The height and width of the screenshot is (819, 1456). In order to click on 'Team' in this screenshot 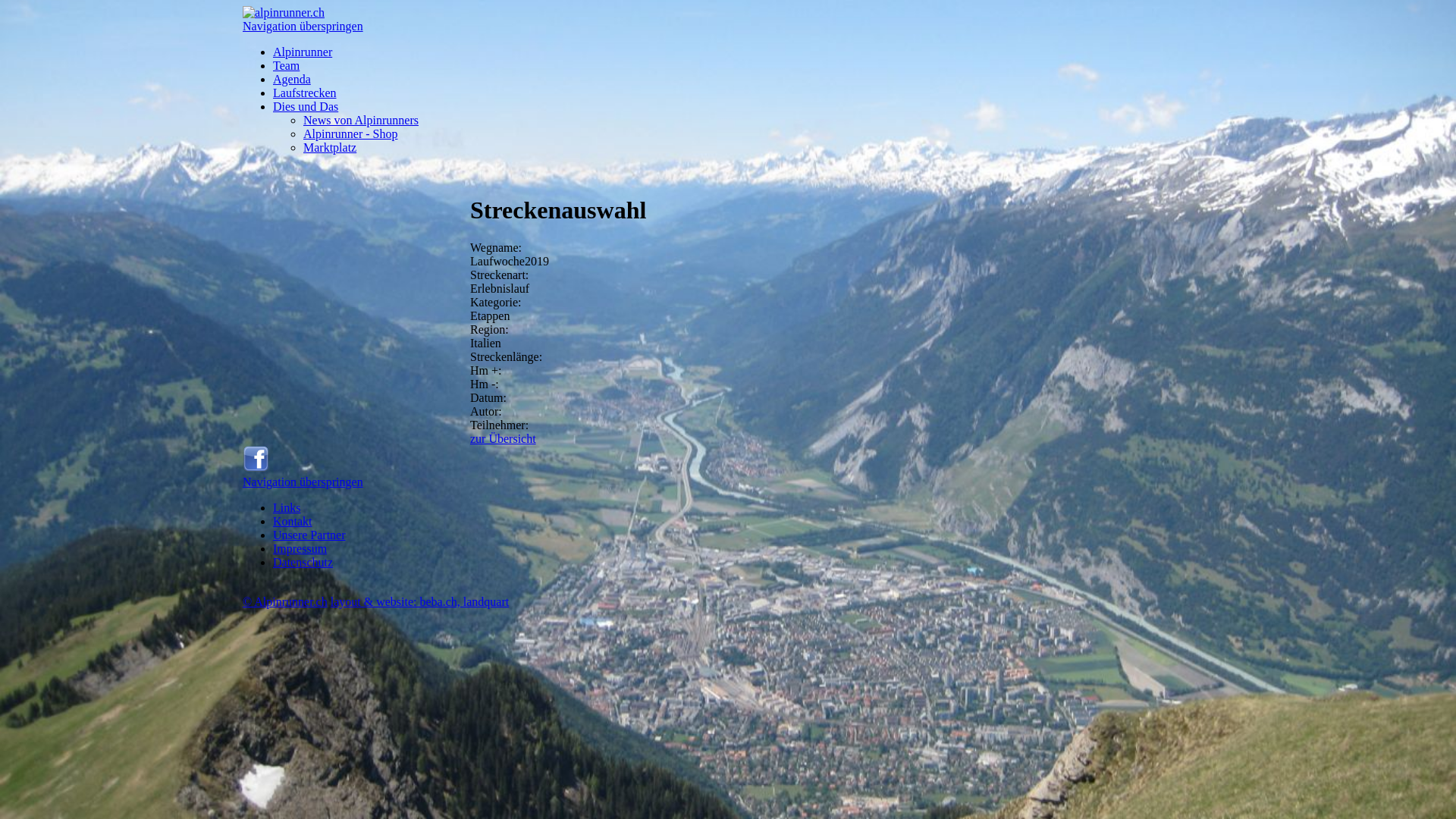, I will do `click(286, 64)`.